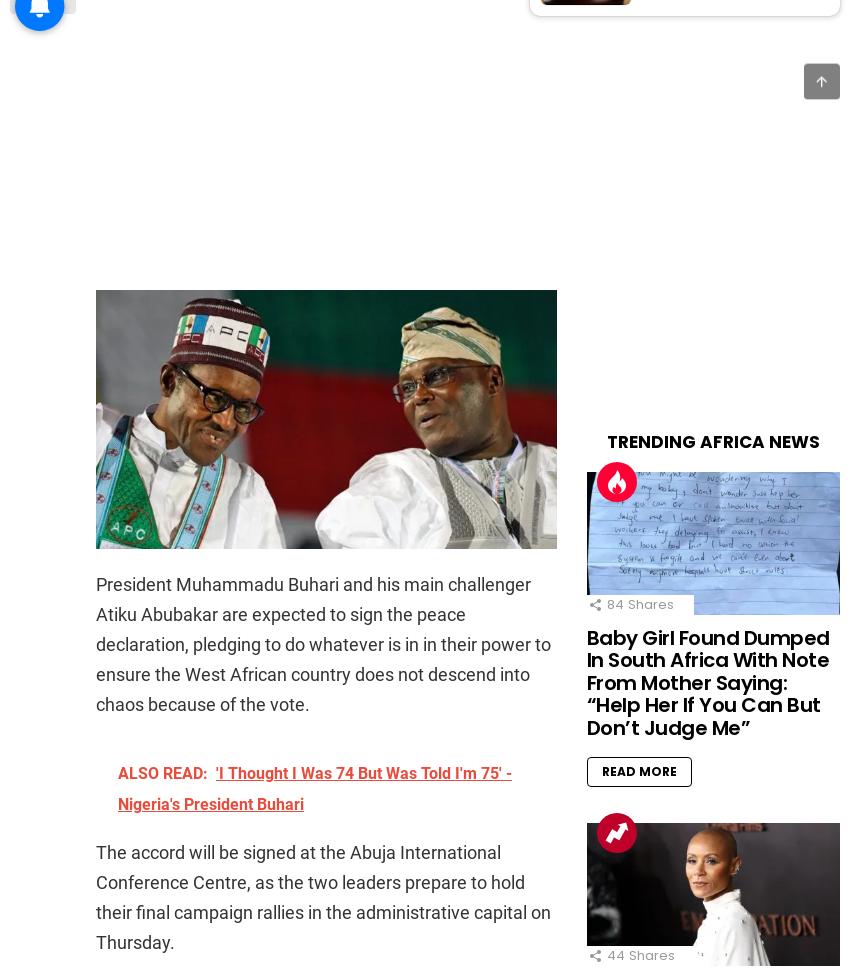 The width and height of the screenshot is (850, 977). I want to click on '84', so click(604, 602).